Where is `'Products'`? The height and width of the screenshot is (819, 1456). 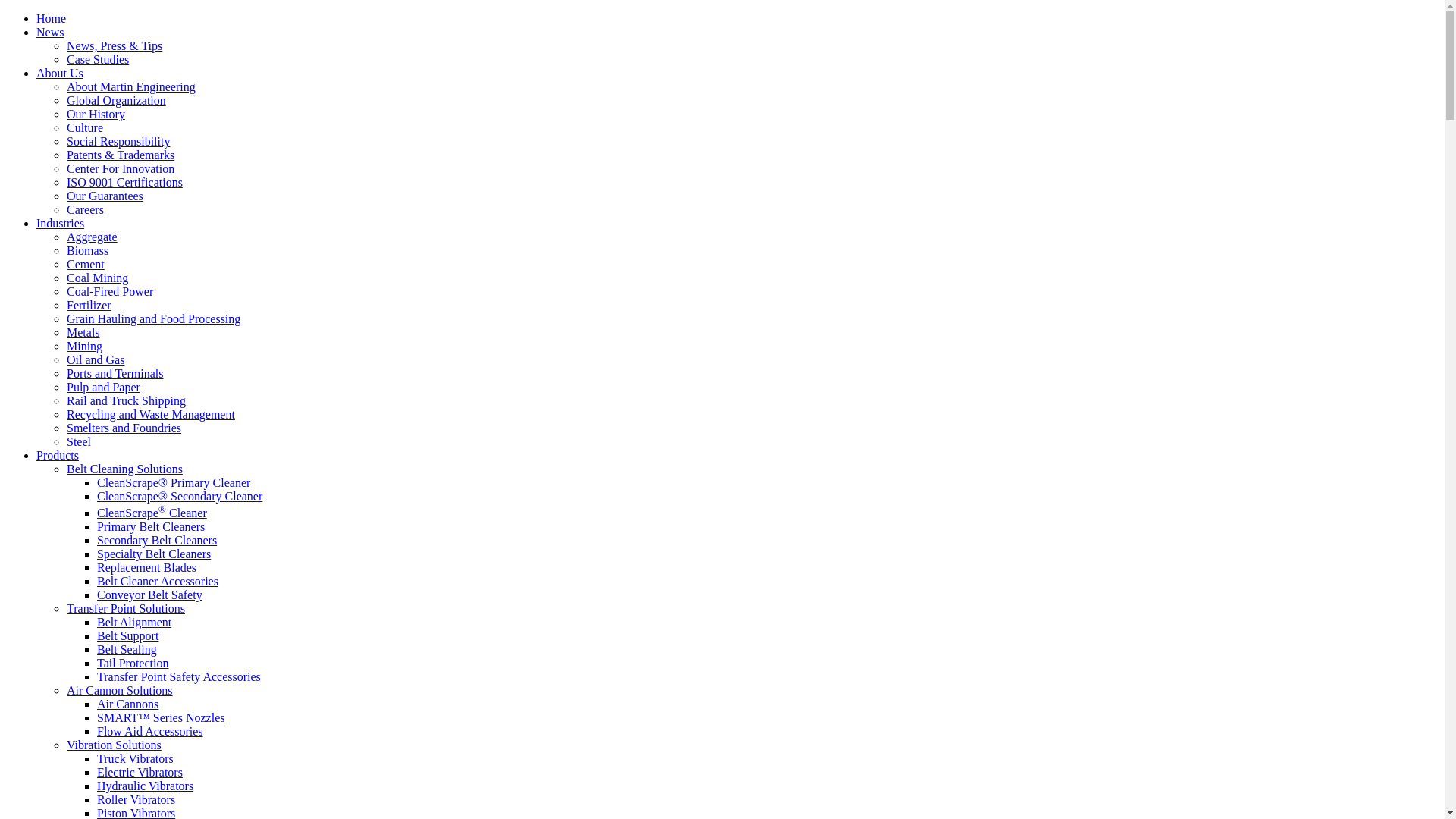 'Products' is located at coordinates (58, 454).